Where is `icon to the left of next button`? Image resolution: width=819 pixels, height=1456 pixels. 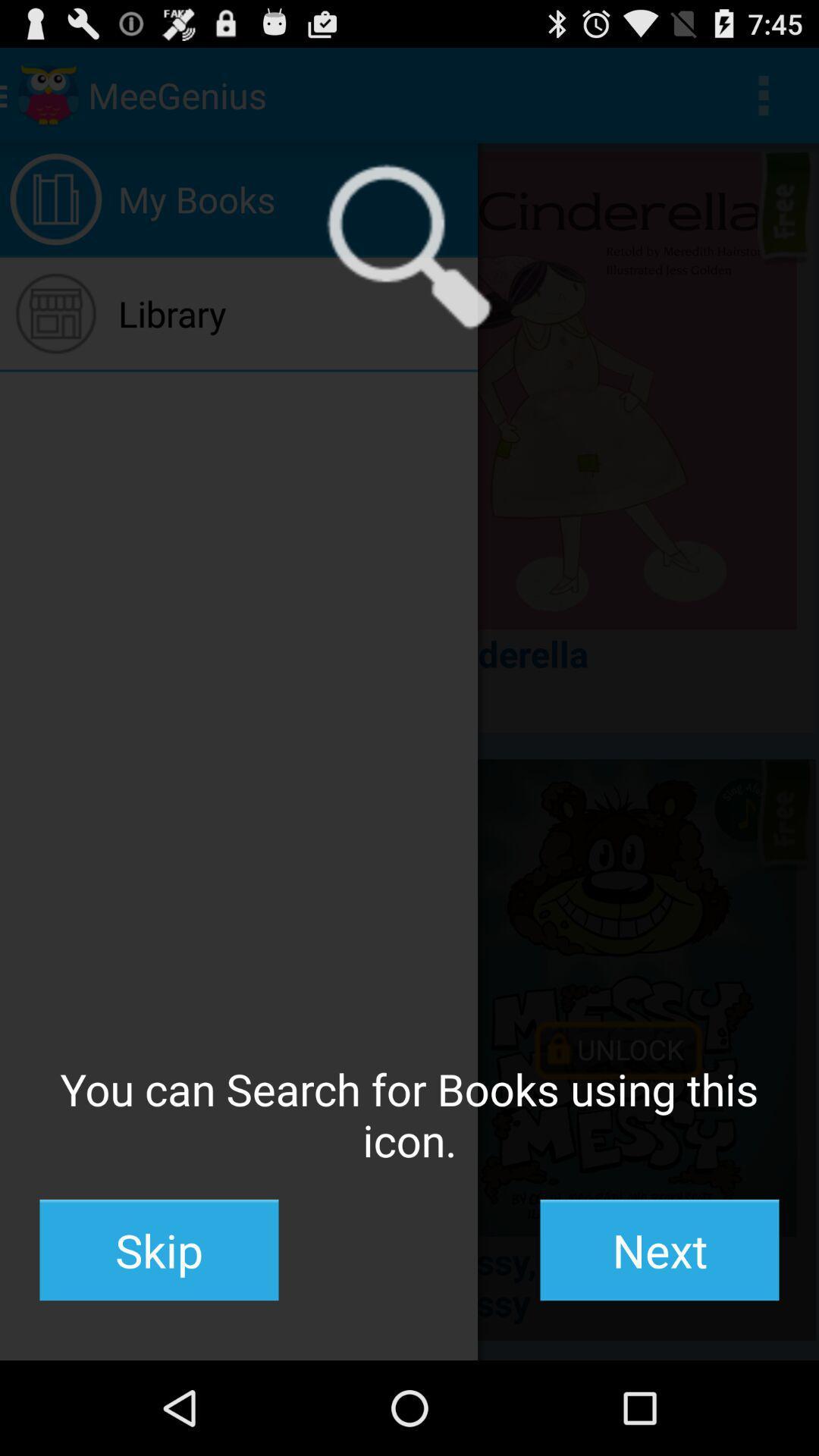 icon to the left of next button is located at coordinates (158, 1250).